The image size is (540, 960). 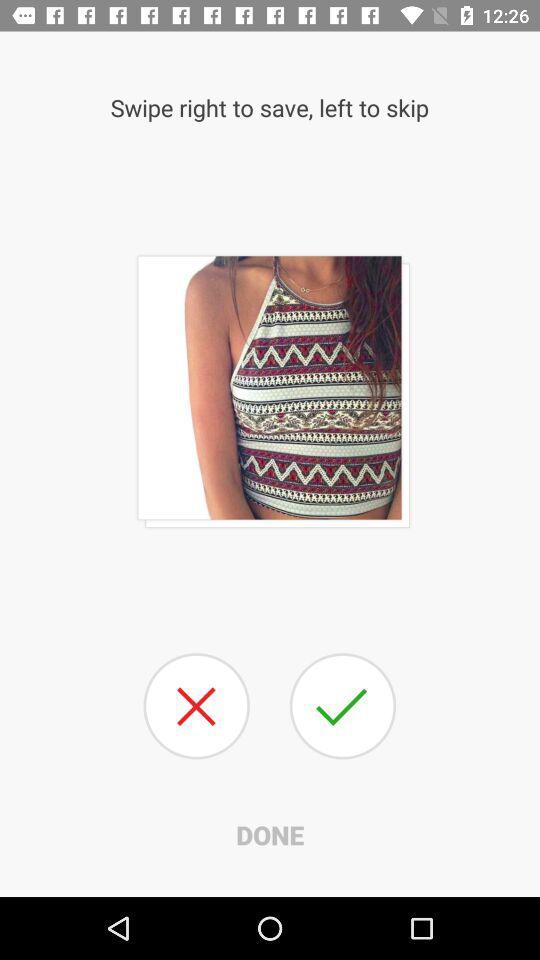 I want to click on skip the article, so click(x=196, y=706).